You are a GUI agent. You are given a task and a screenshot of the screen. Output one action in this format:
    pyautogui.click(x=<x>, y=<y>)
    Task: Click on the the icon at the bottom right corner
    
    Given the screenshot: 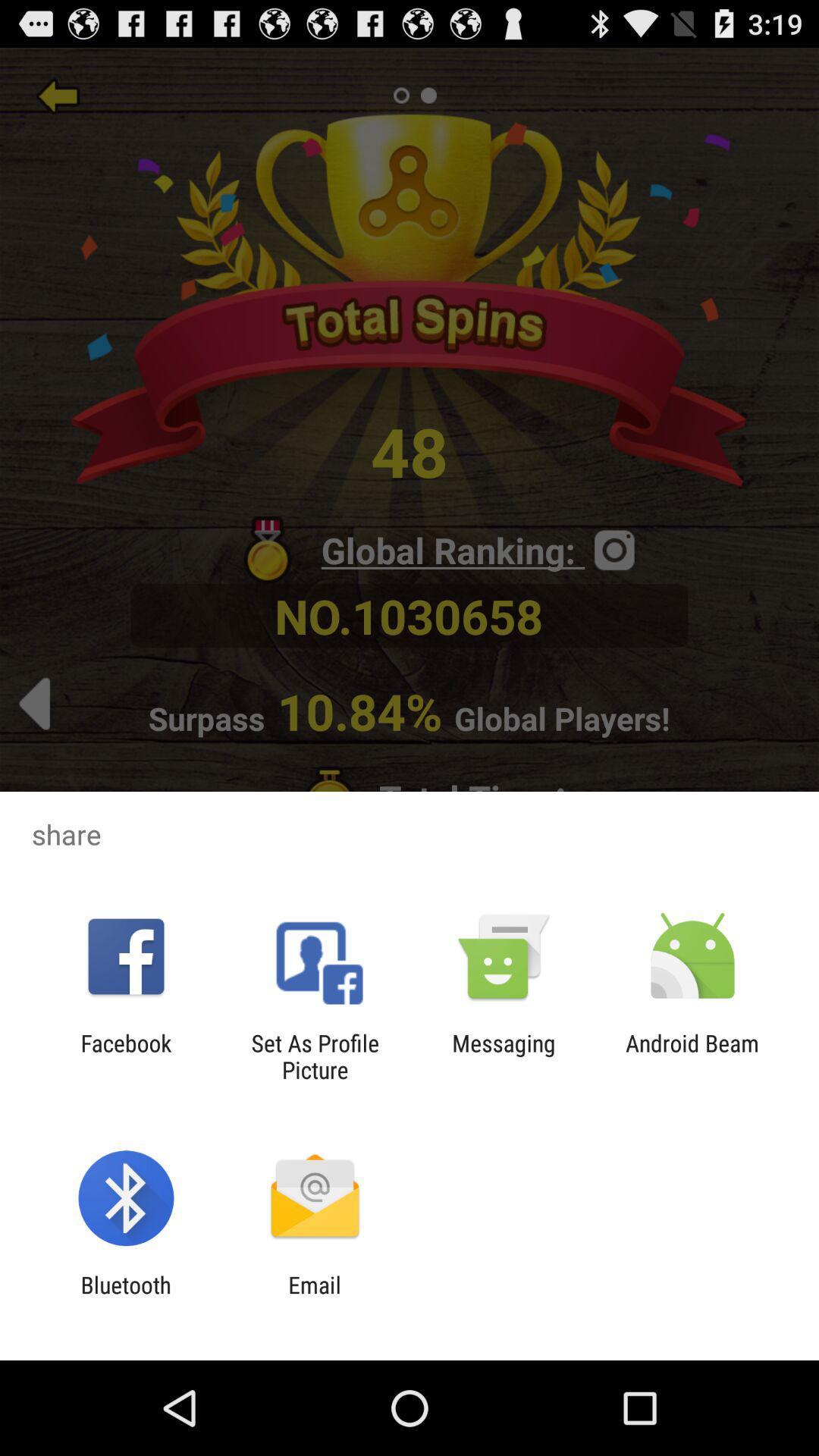 What is the action you would take?
    pyautogui.click(x=692, y=1056)
    